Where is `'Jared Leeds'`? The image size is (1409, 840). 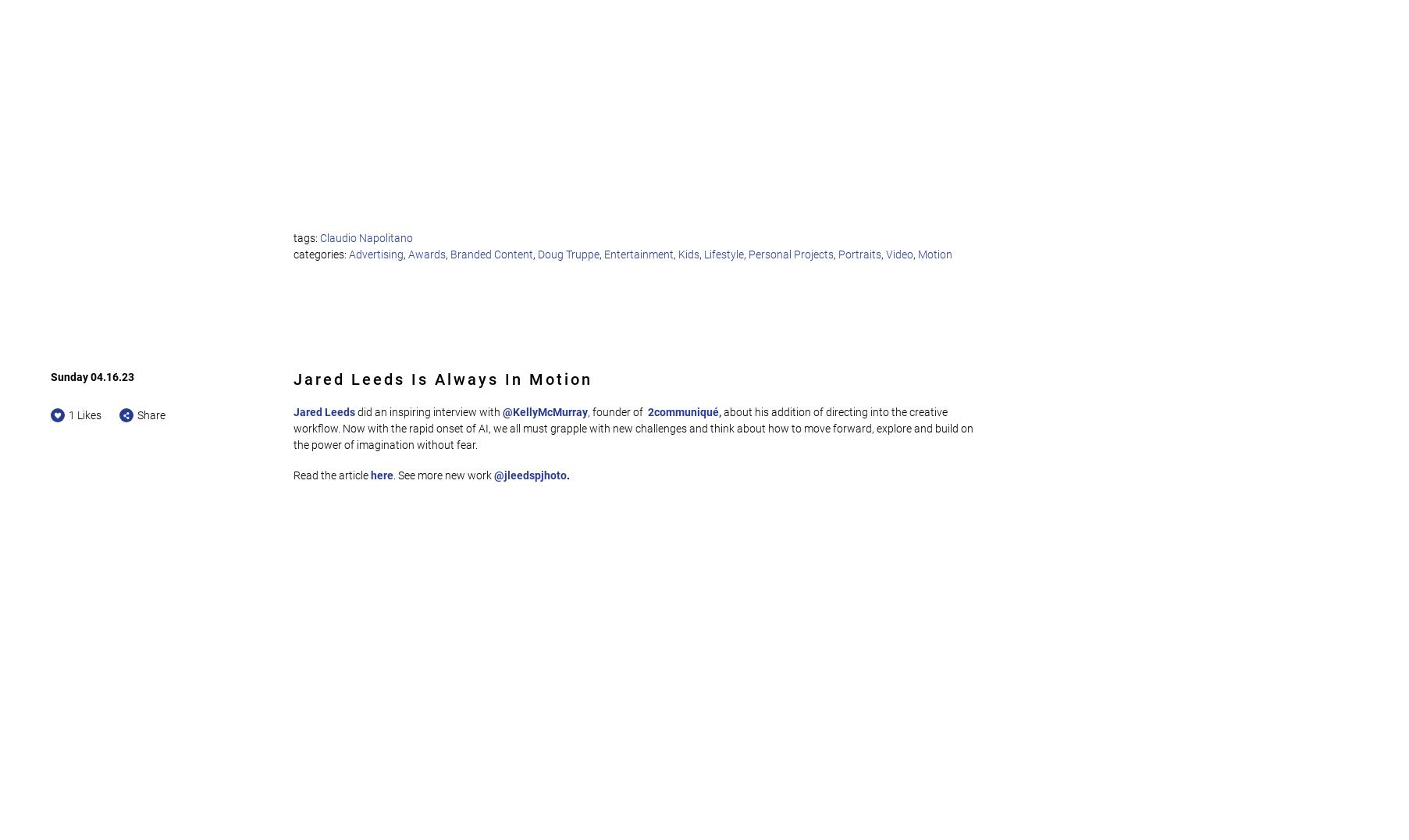 'Jared Leeds' is located at coordinates (324, 411).